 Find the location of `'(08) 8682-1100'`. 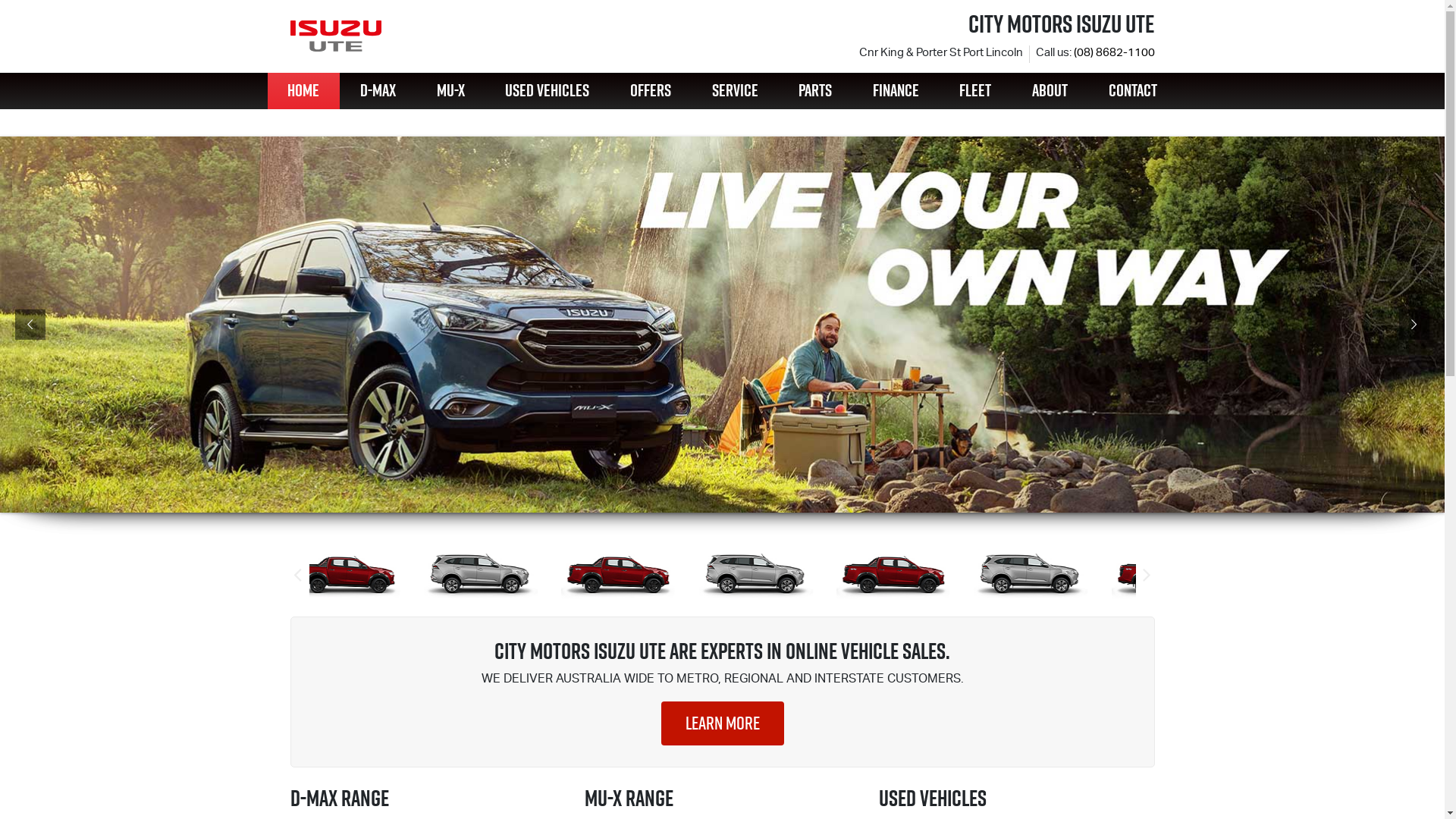

'(08) 8682-1100' is located at coordinates (1114, 52).